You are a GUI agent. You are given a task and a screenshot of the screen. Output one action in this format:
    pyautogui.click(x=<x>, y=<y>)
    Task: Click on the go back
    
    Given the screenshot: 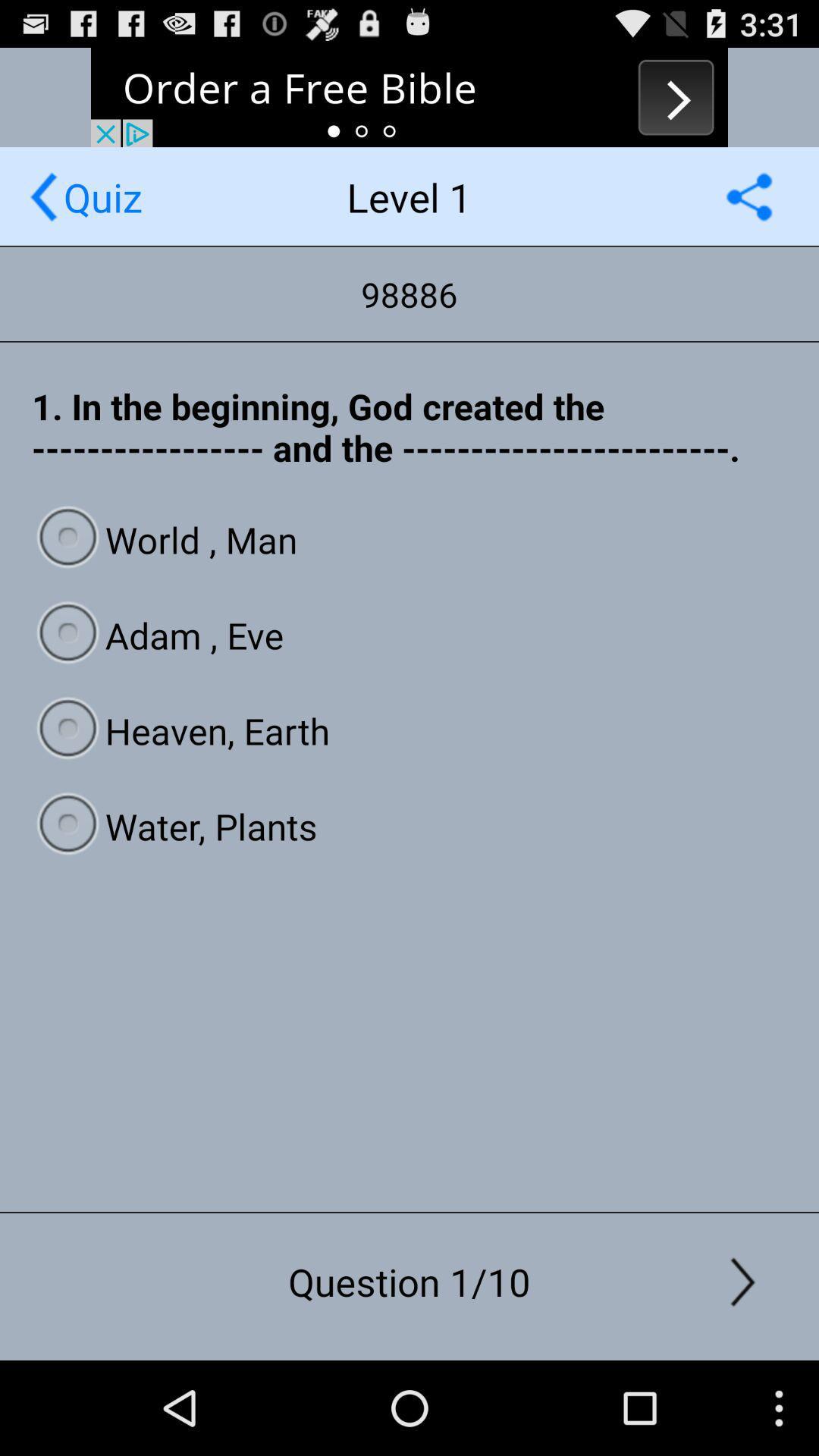 What is the action you would take?
    pyautogui.click(x=42, y=196)
    